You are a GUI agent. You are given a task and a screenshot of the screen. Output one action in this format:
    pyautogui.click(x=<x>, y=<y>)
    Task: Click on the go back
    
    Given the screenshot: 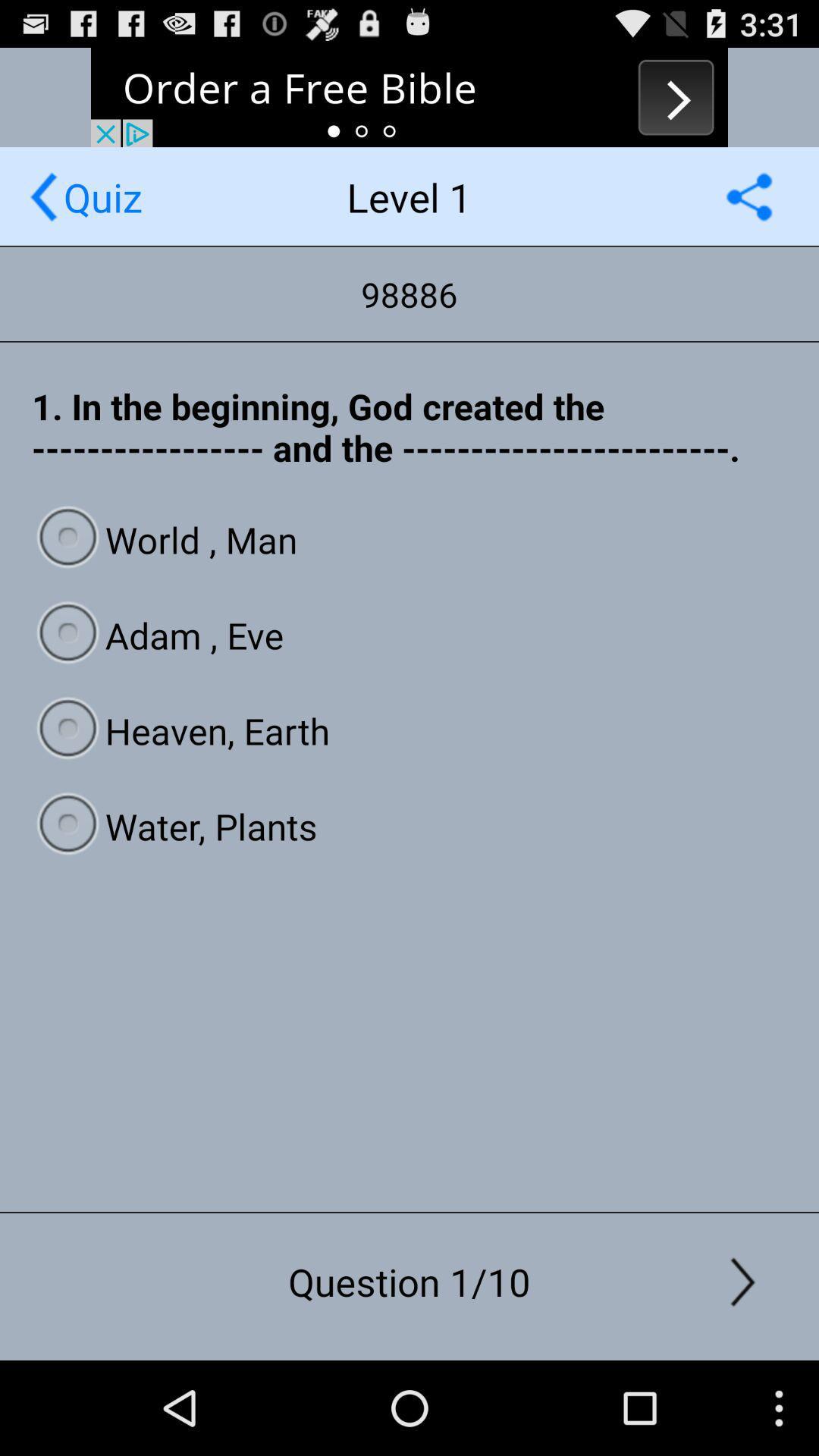 What is the action you would take?
    pyautogui.click(x=42, y=196)
    